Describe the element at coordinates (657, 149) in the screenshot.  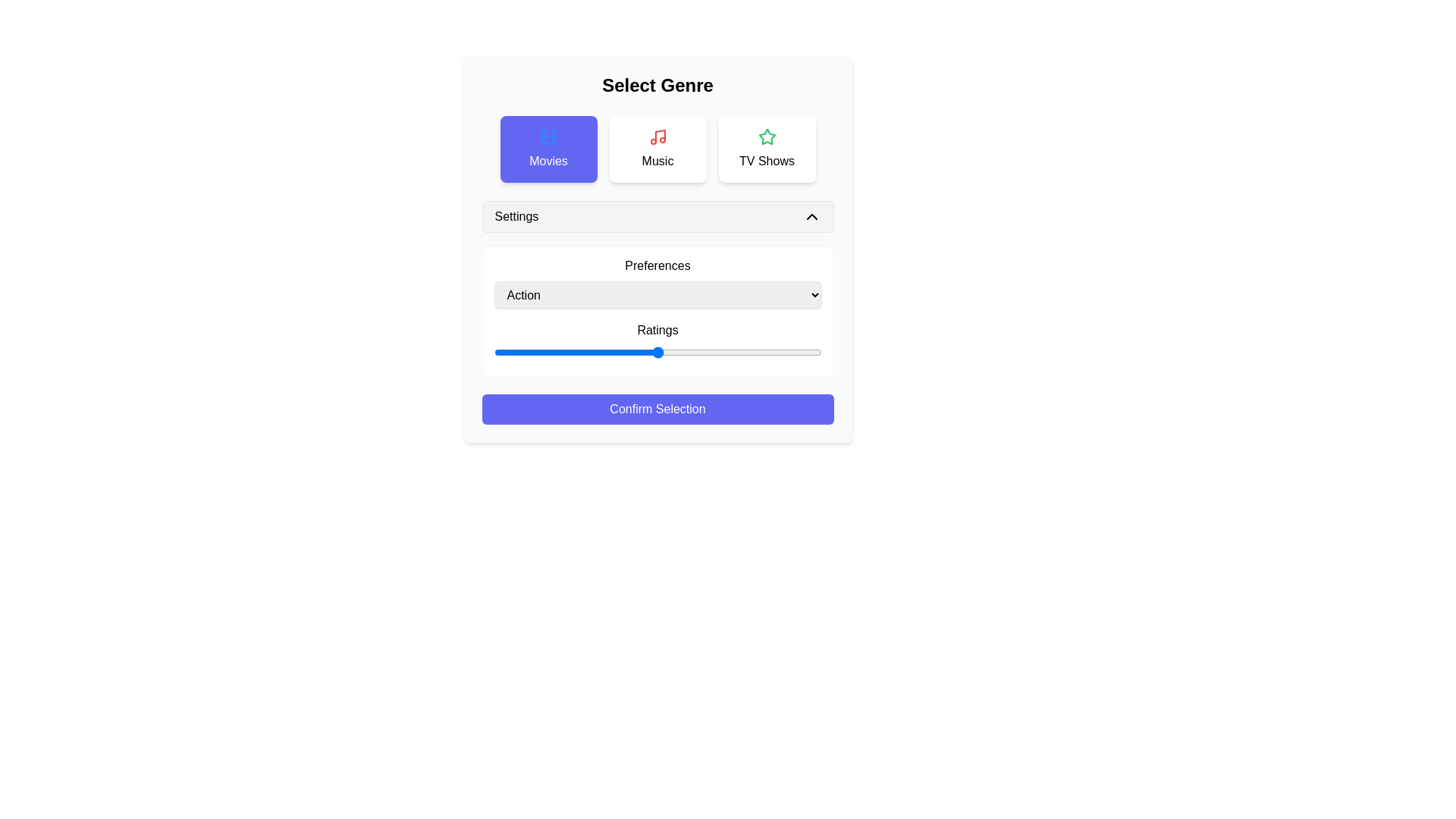
I see `the 'Music' category selectable button located between the 'Movies' button and the 'TV Shows' button at the top center of the interface` at that location.